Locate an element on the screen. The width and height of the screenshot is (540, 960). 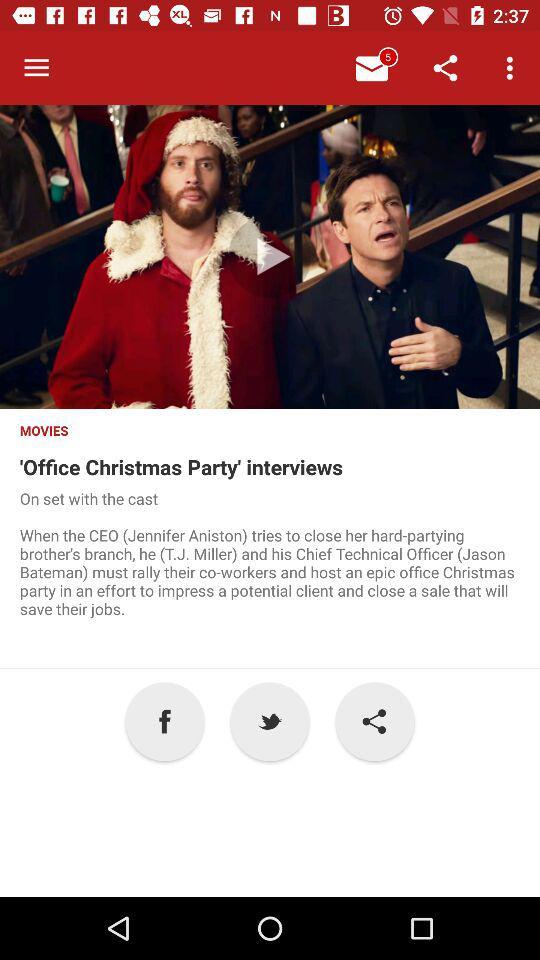
icon next to the ! icon is located at coordinates (270, 720).